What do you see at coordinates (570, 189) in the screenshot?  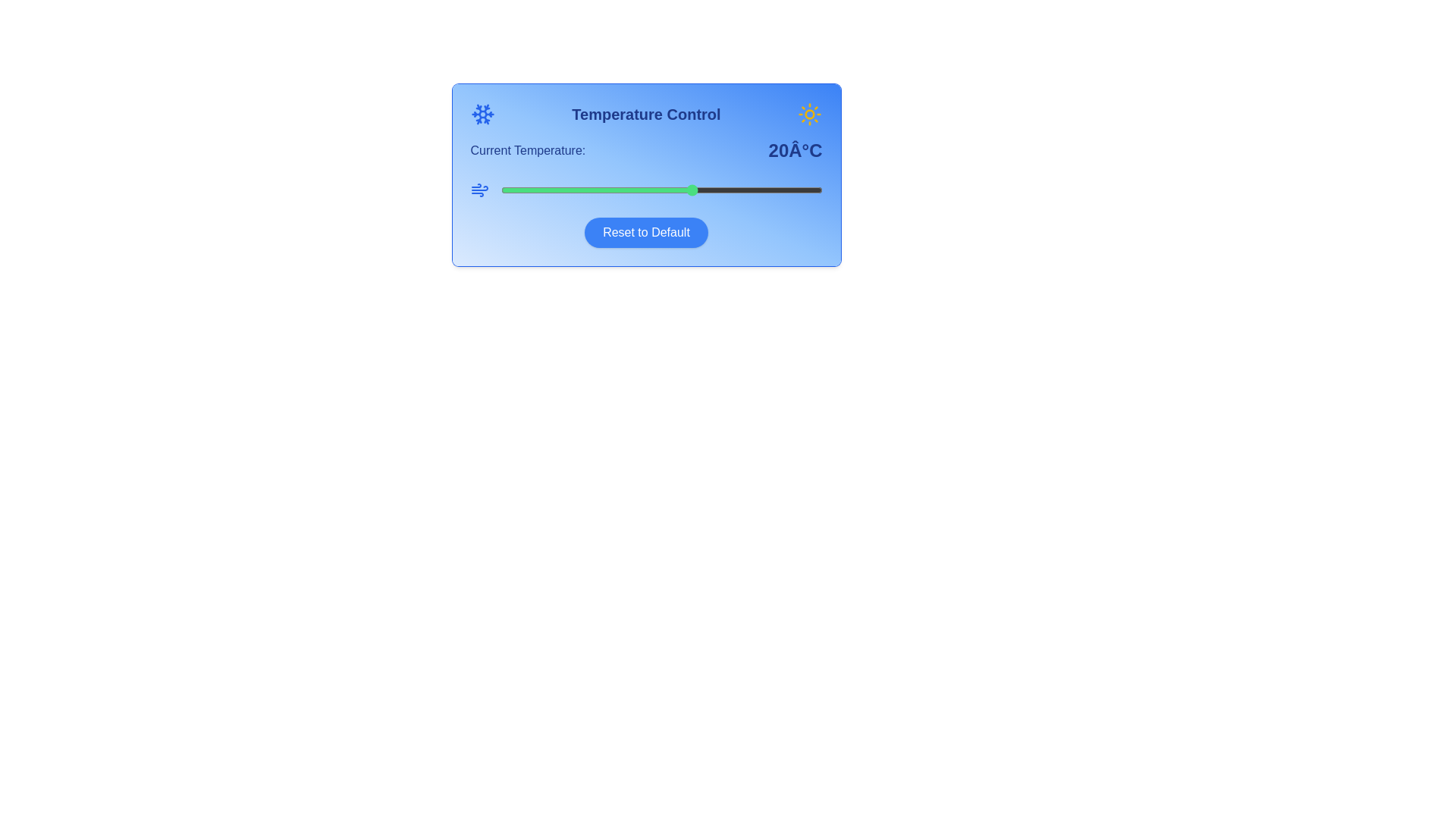 I see `the temperature slider` at bounding box center [570, 189].